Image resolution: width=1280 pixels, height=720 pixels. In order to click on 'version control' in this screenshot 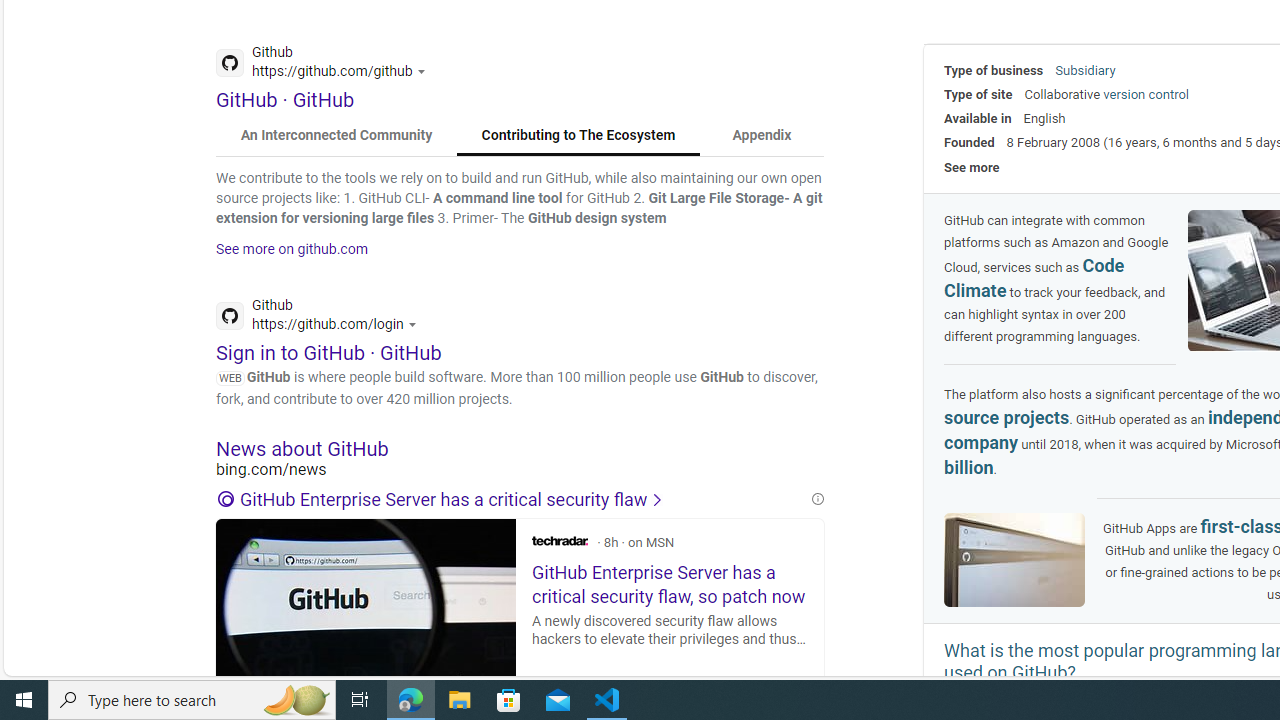, I will do `click(1146, 94)`.